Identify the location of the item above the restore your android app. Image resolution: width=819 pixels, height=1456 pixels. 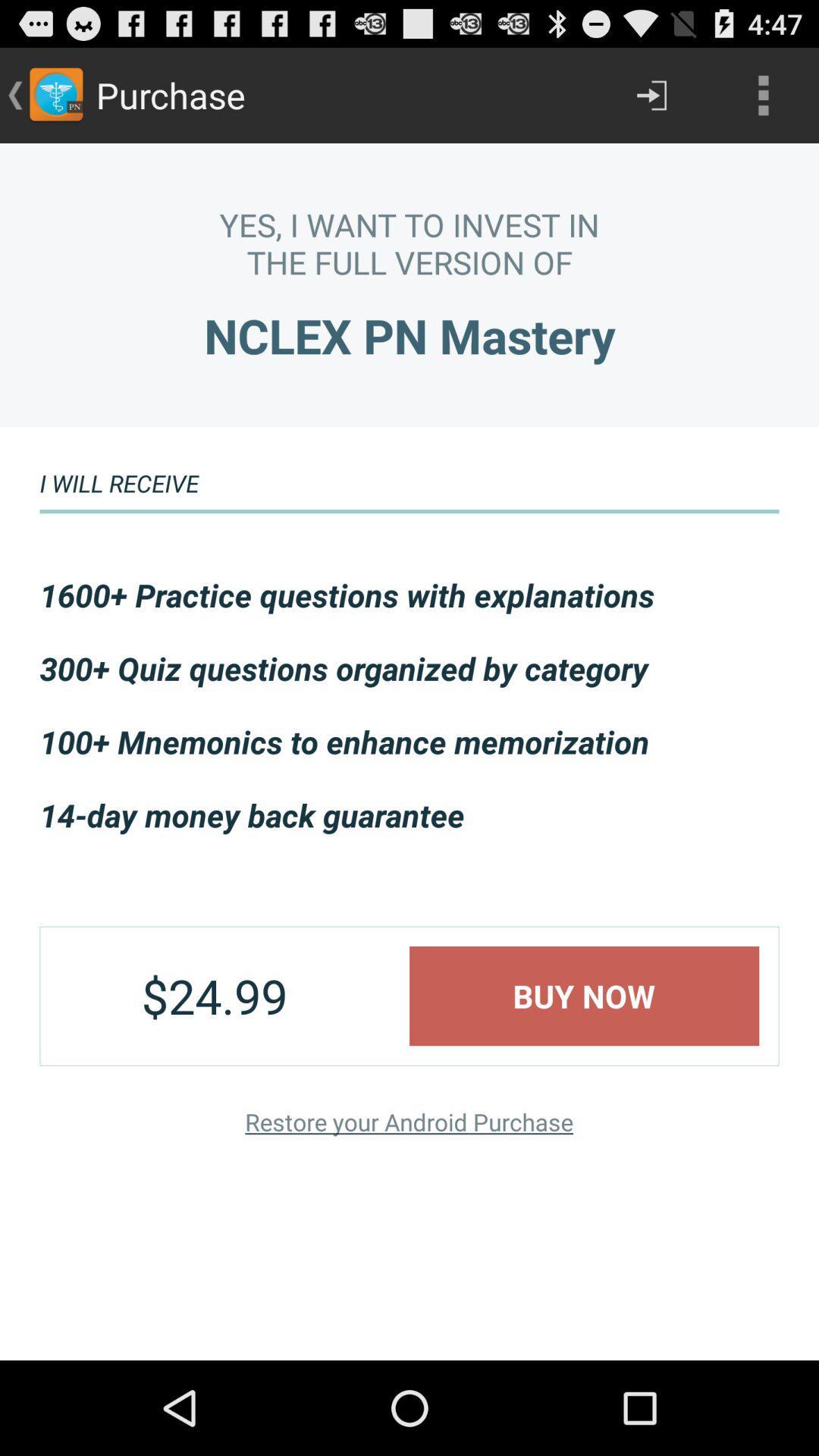
(583, 996).